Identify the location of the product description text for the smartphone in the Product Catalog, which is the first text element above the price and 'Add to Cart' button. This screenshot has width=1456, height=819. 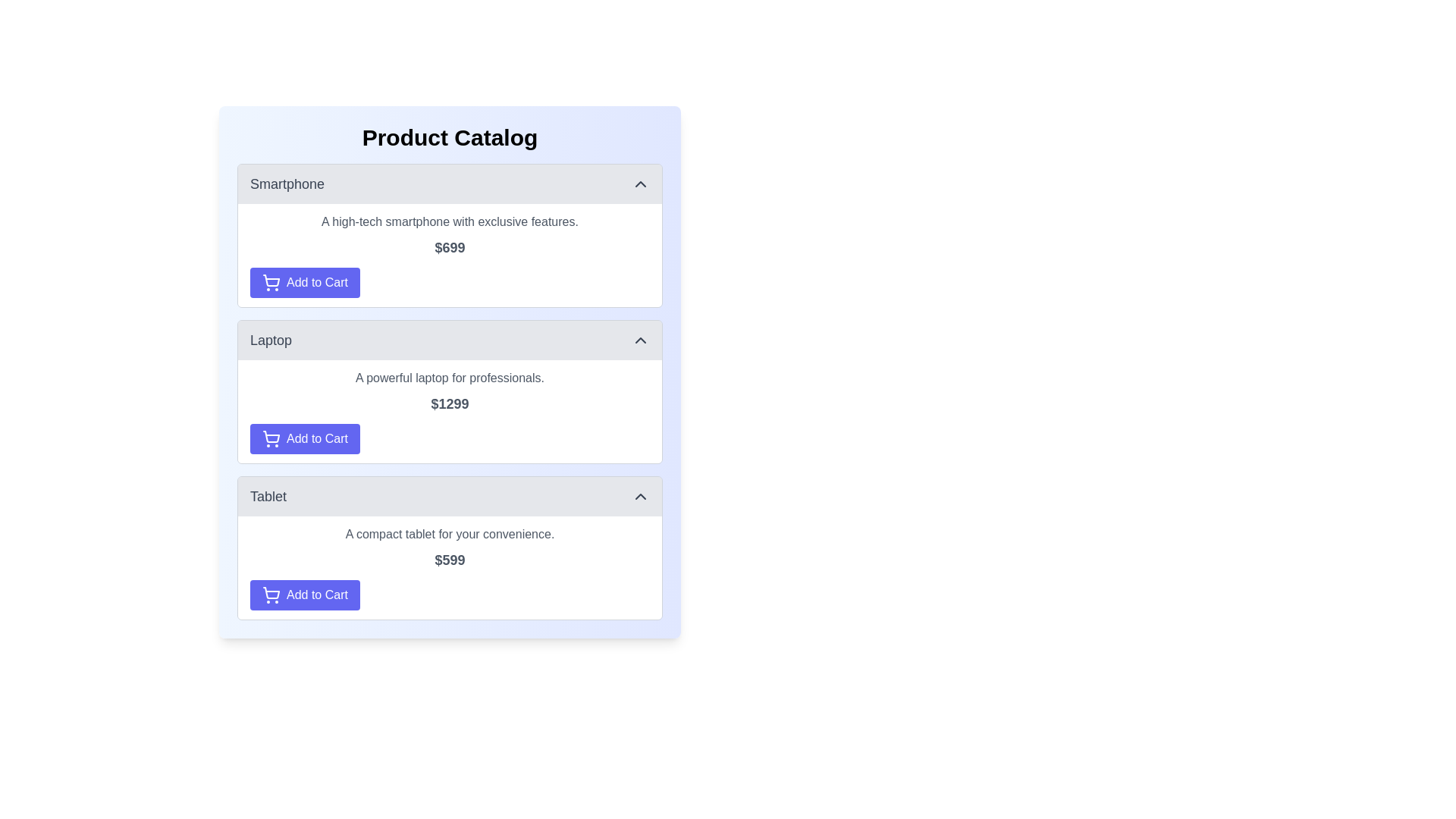
(449, 222).